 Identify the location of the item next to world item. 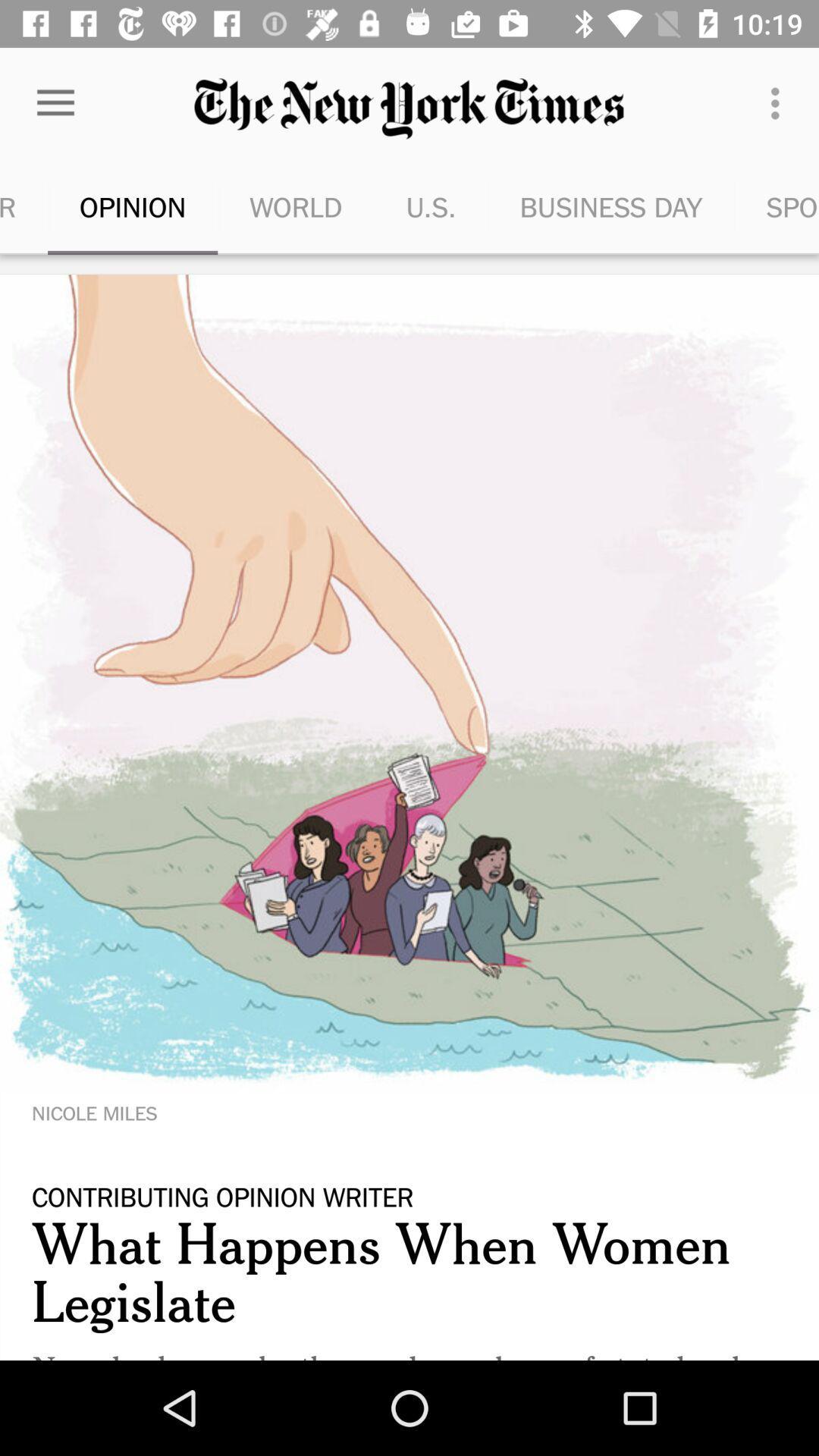
(431, 206).